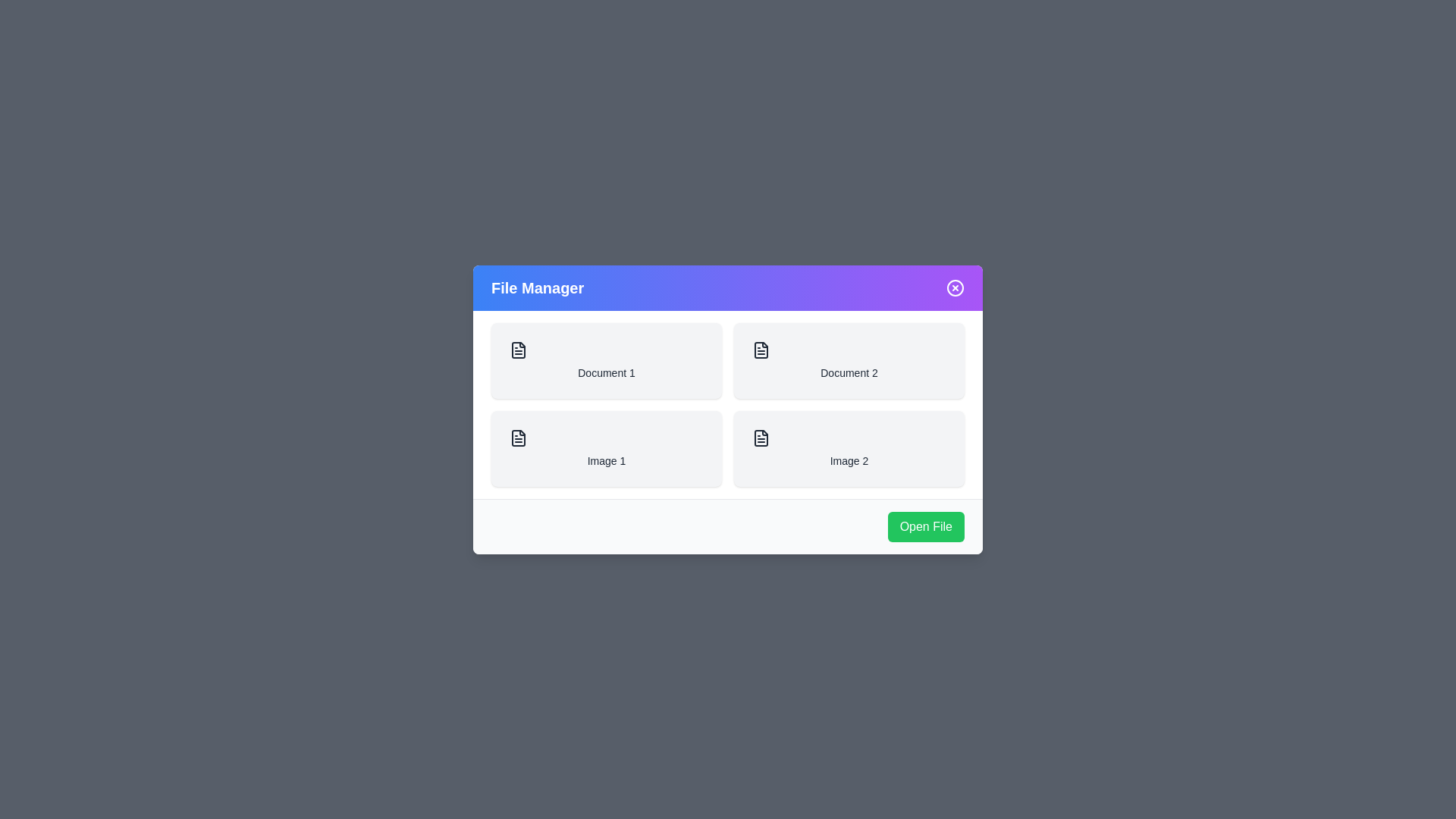 This screenshot has height=819, width=1456. Describe the element at coordinates (607, 447) in the screenshot. I see `the file item Image 1 from the list` at that location.